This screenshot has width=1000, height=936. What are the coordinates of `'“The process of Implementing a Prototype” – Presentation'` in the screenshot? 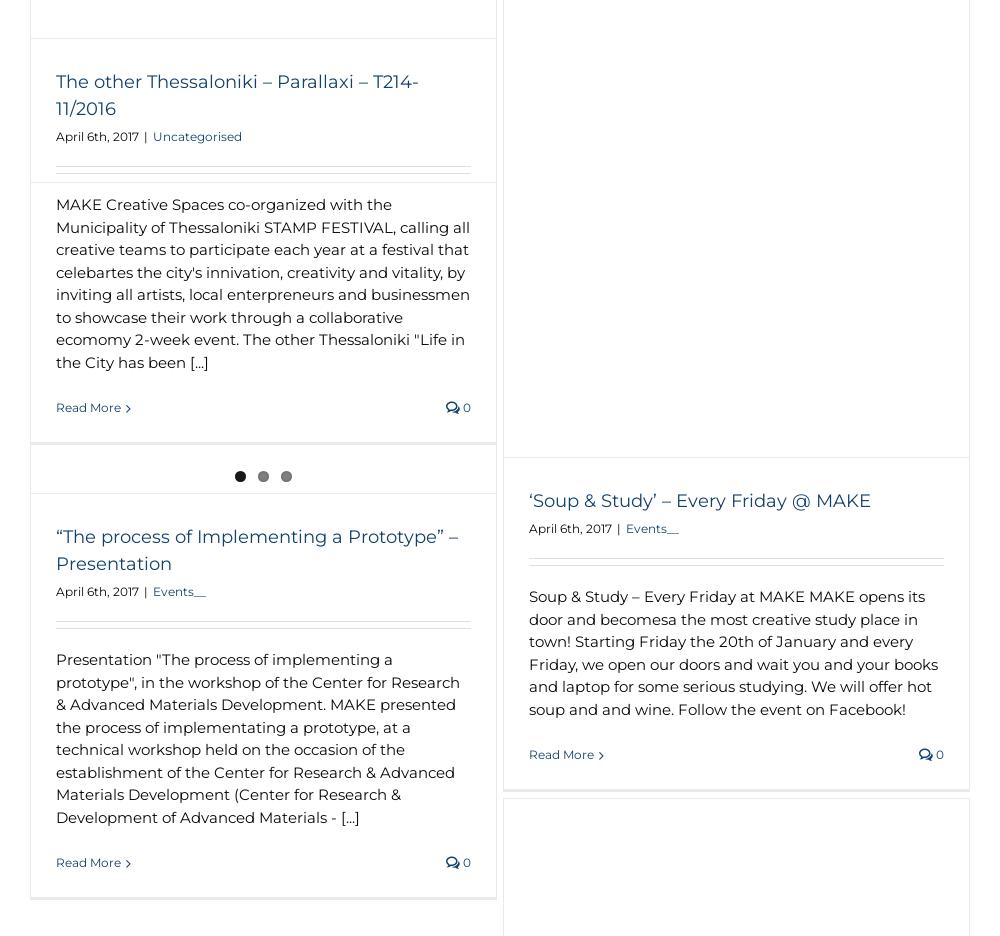 It's located at (56, 549).